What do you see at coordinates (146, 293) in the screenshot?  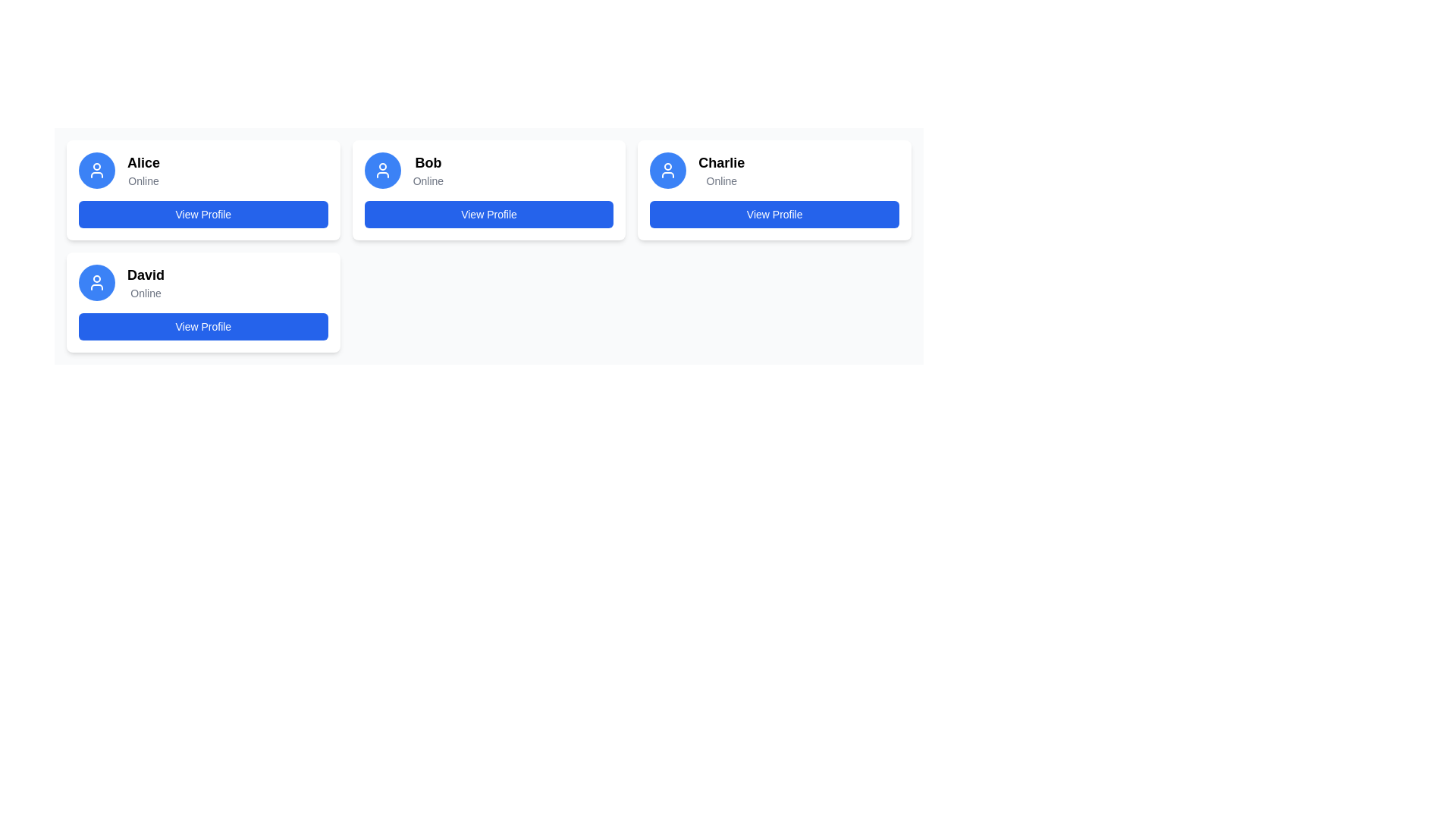 I see `the status text of the 'Online' indicator located in David's user card, positioned below the name 'David' and above the 'View Profile' button` at bounding box center [146, 293].